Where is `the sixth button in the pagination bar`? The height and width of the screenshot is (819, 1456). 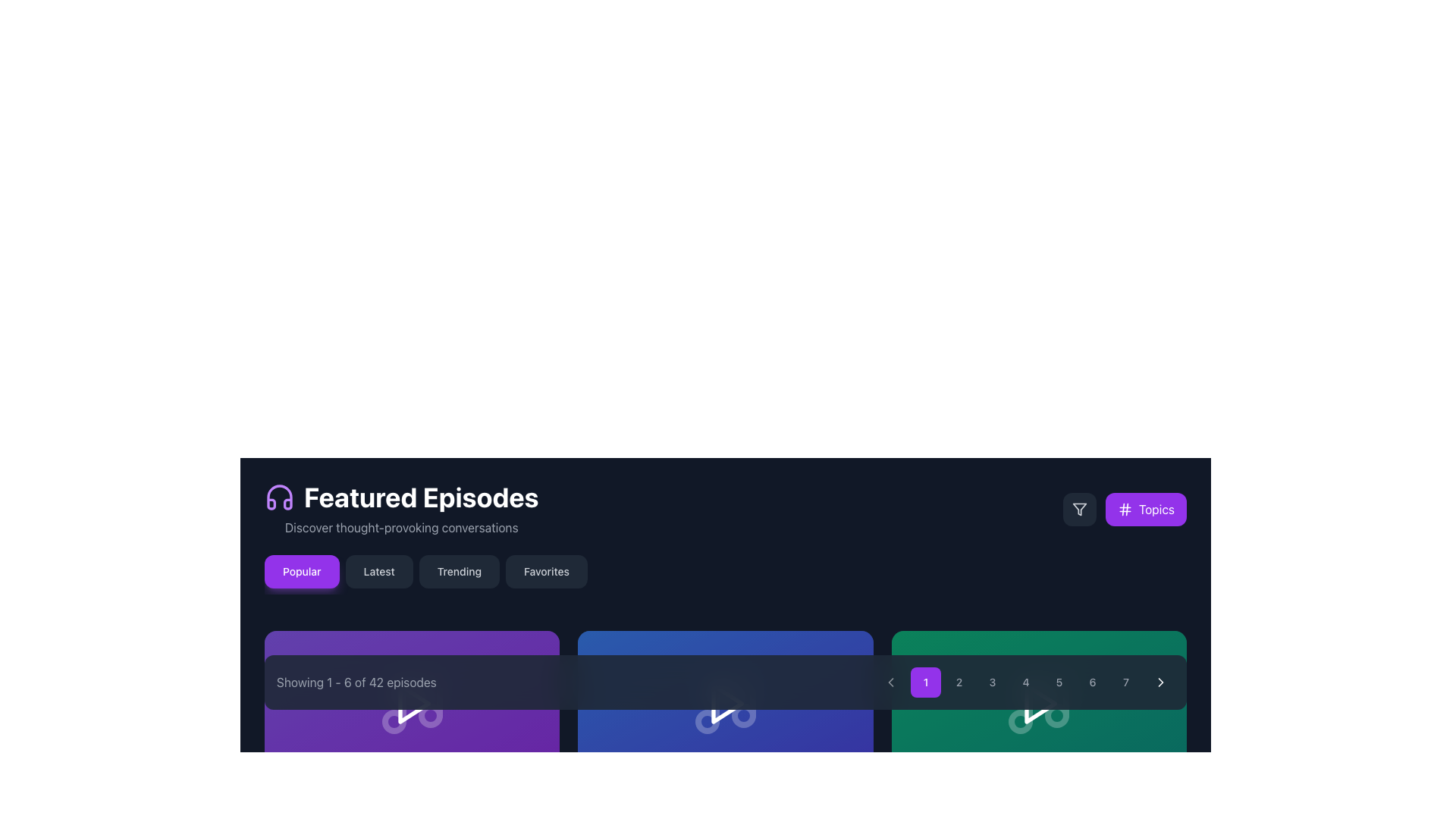 the sixth button in the pagination bar is located at coordinates (1092, 681).